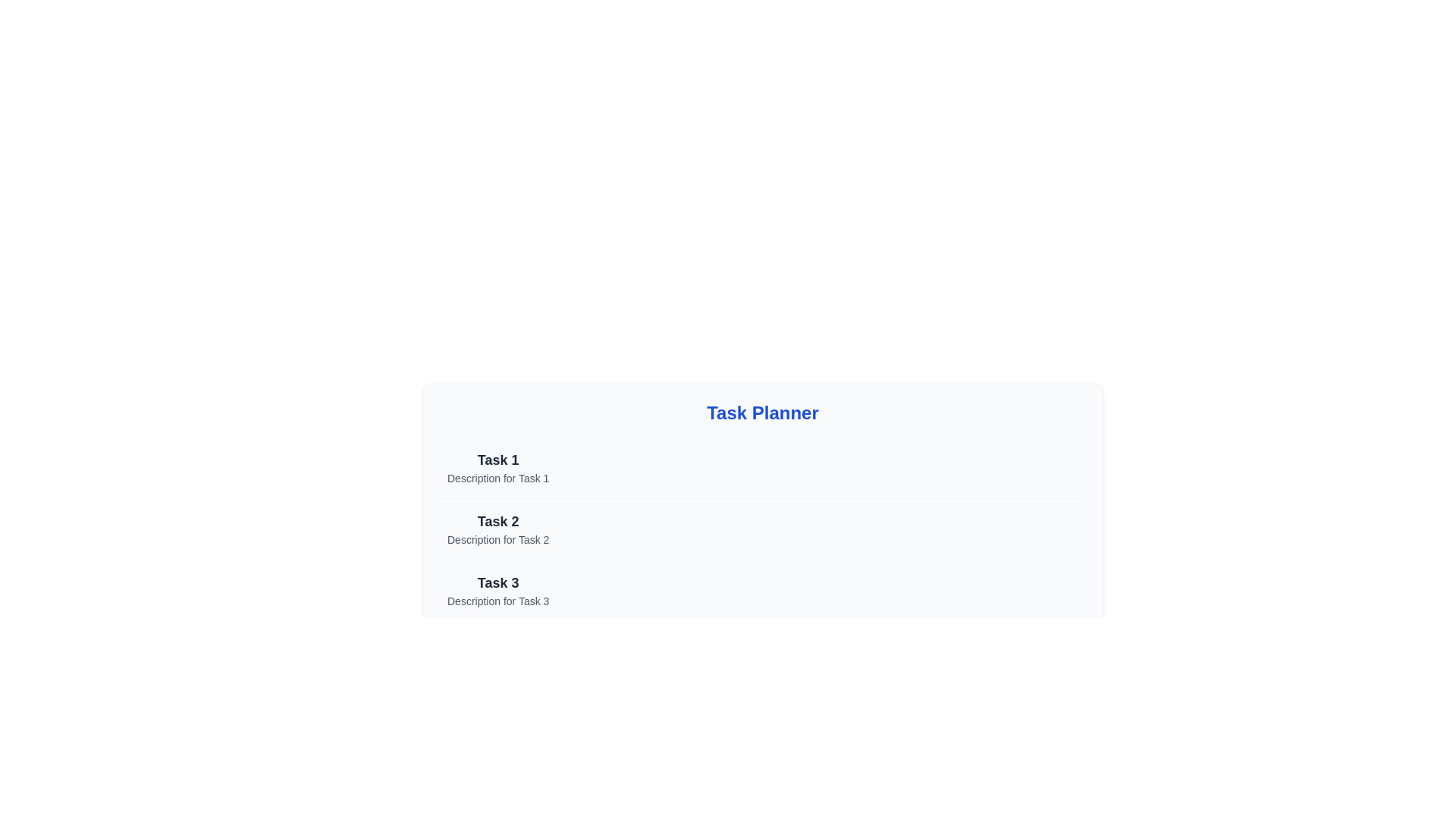 The height and width of the screenshot is (819, 1456). I want to click on the text label providing additional details related to 'Task 2', which is centrally aligned below the 'Task 2' text, so click(498, 539).